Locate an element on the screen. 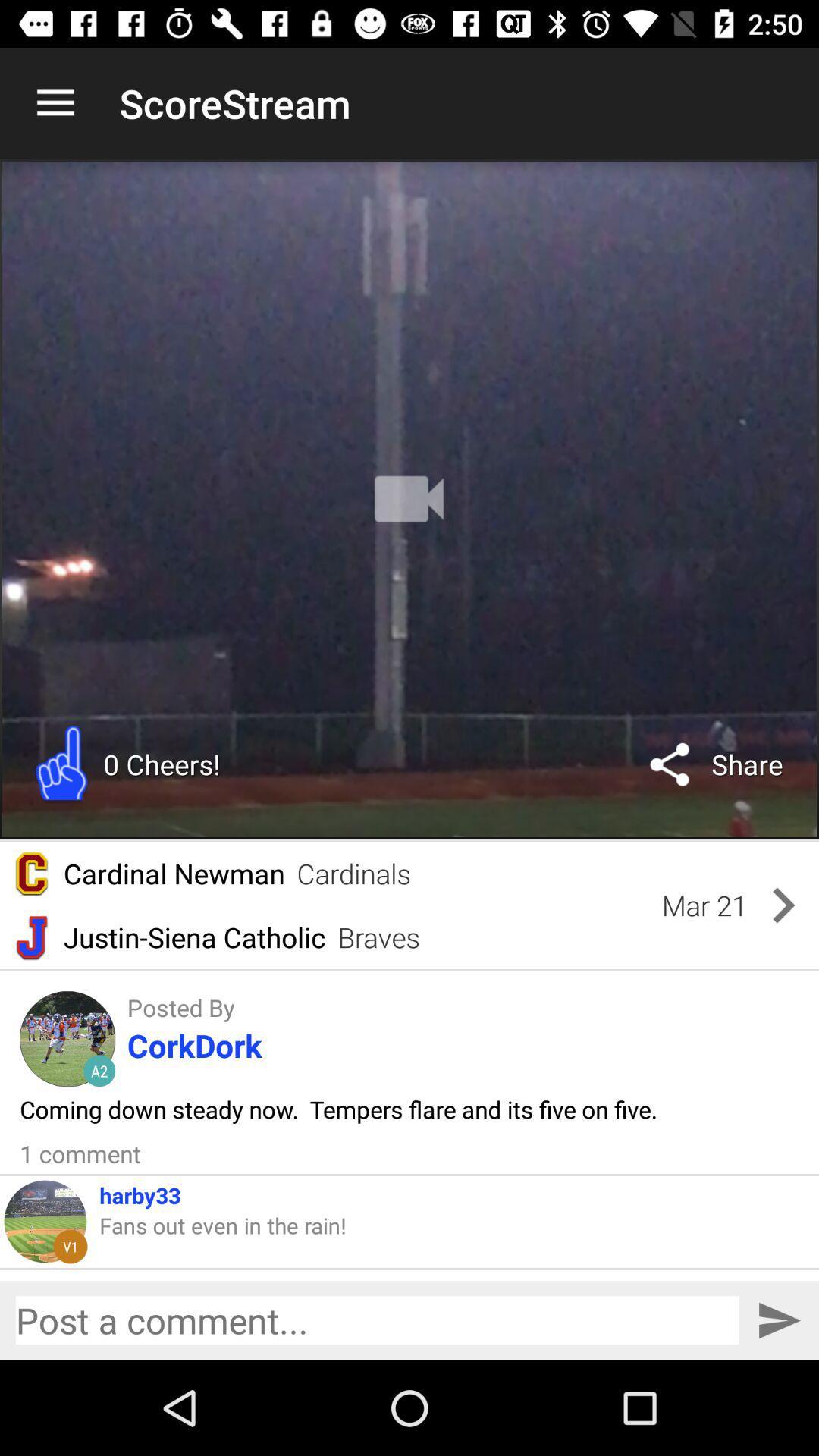 The image size is (819, 1456). the send icon is located at coordinates (779, 1319).